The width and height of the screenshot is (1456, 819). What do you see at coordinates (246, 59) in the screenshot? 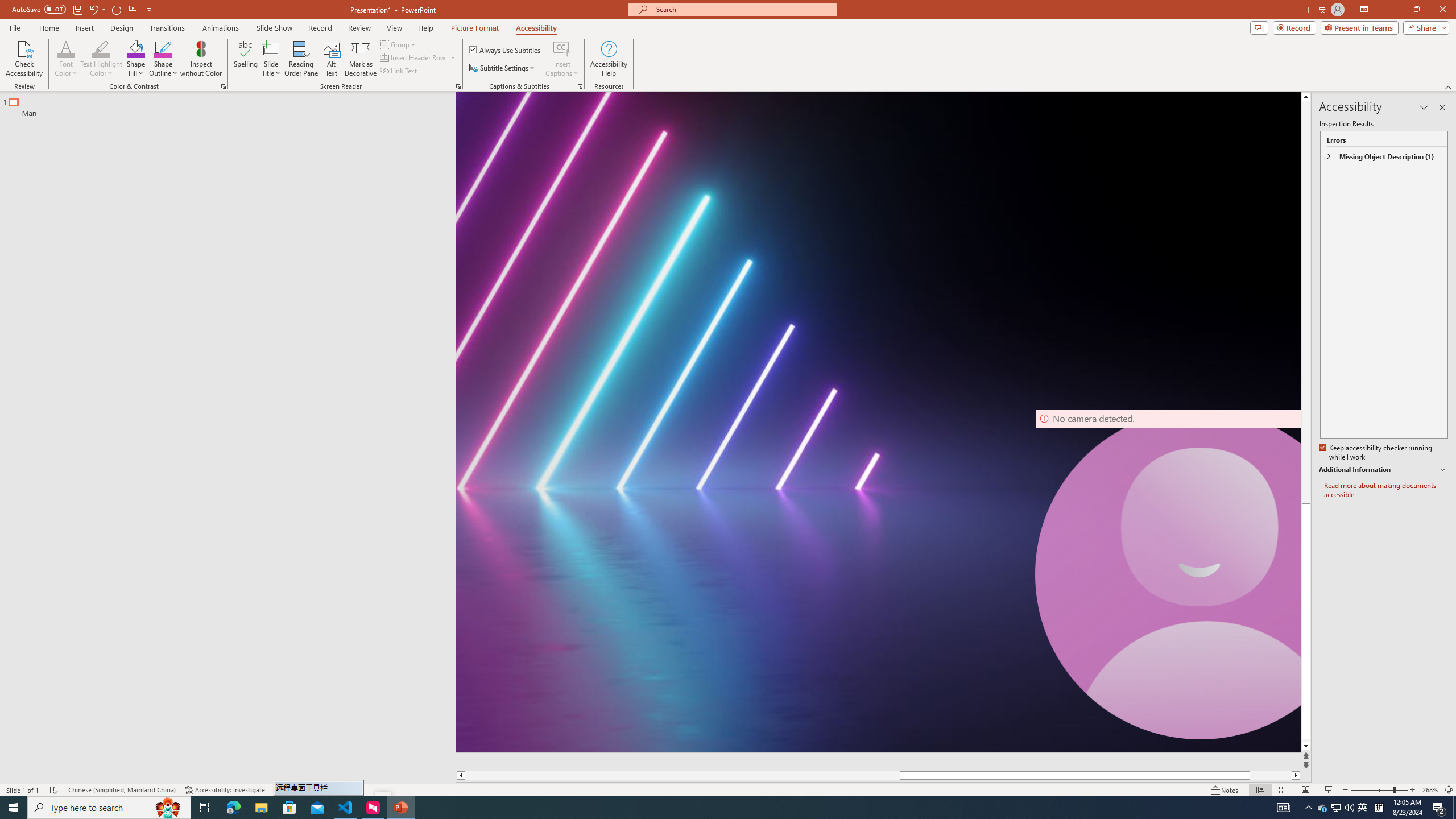
I see `'Spelling...'` at bounding box center [246, 59].